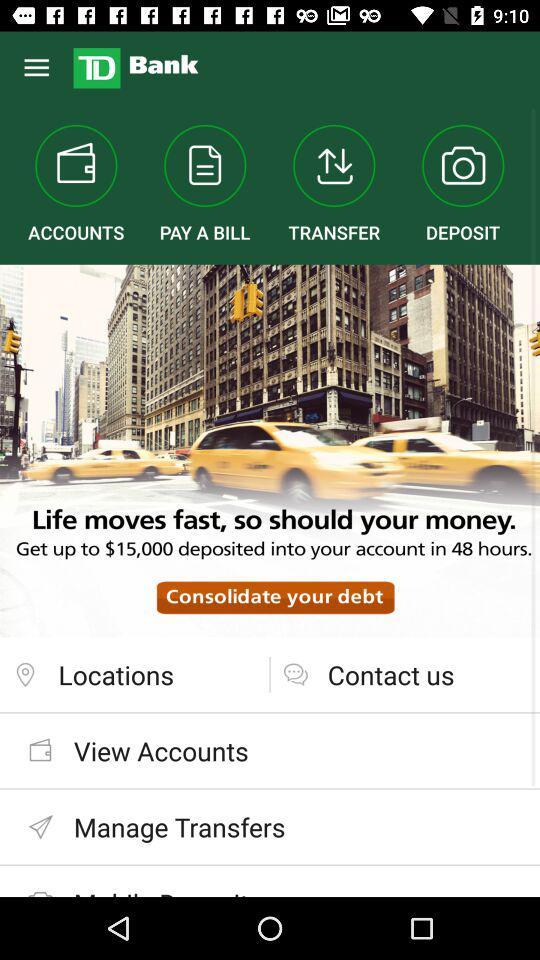 This screenshot has height=960, width=540. What do you see at coordinates (334, 184) in the screenshot?
I see `transfer item` at bounding box center [334, 184].